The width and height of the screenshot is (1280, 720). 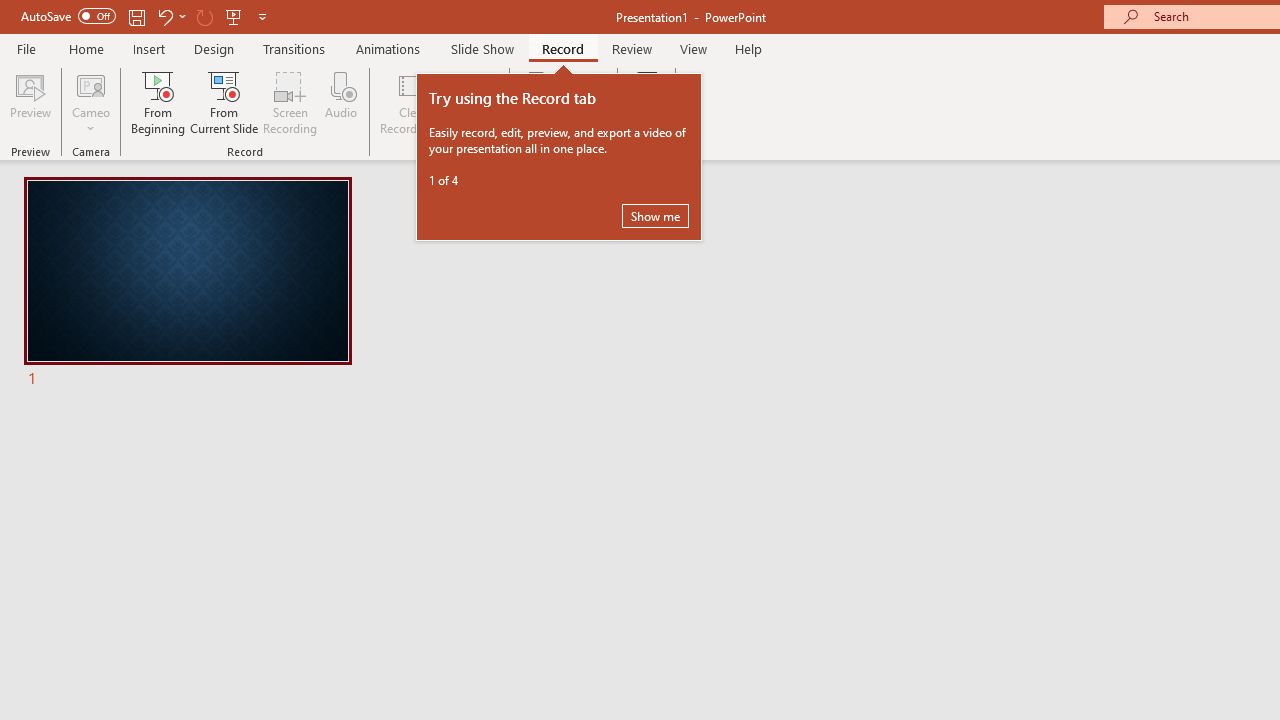 What do you see at coordinates (411, 103) in the screenshot?
I see `'Clear Recording'` at bounding box center [411, 103].